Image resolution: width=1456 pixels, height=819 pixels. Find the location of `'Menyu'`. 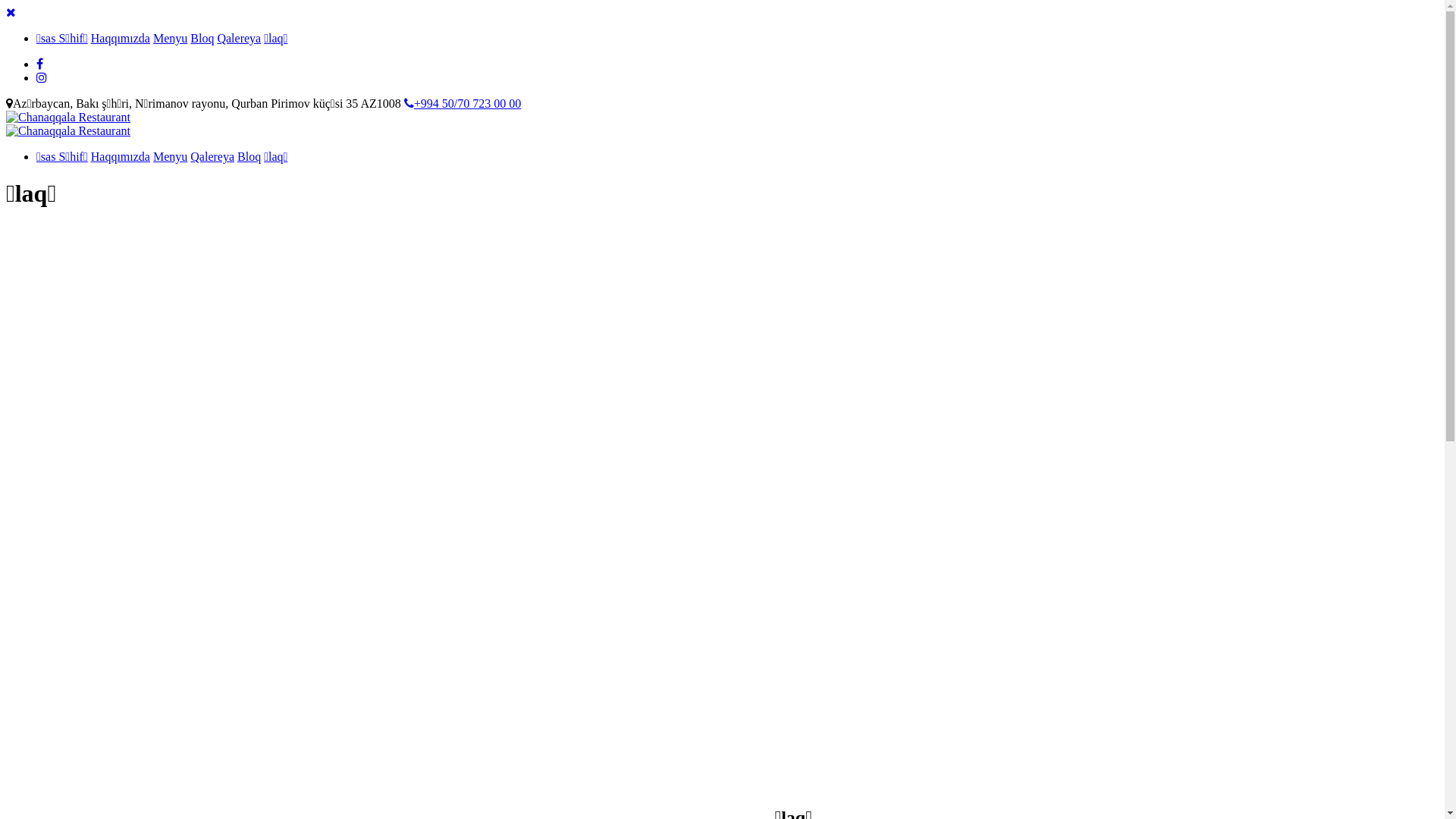

'Menyu' is located at coordinates (170, 156).